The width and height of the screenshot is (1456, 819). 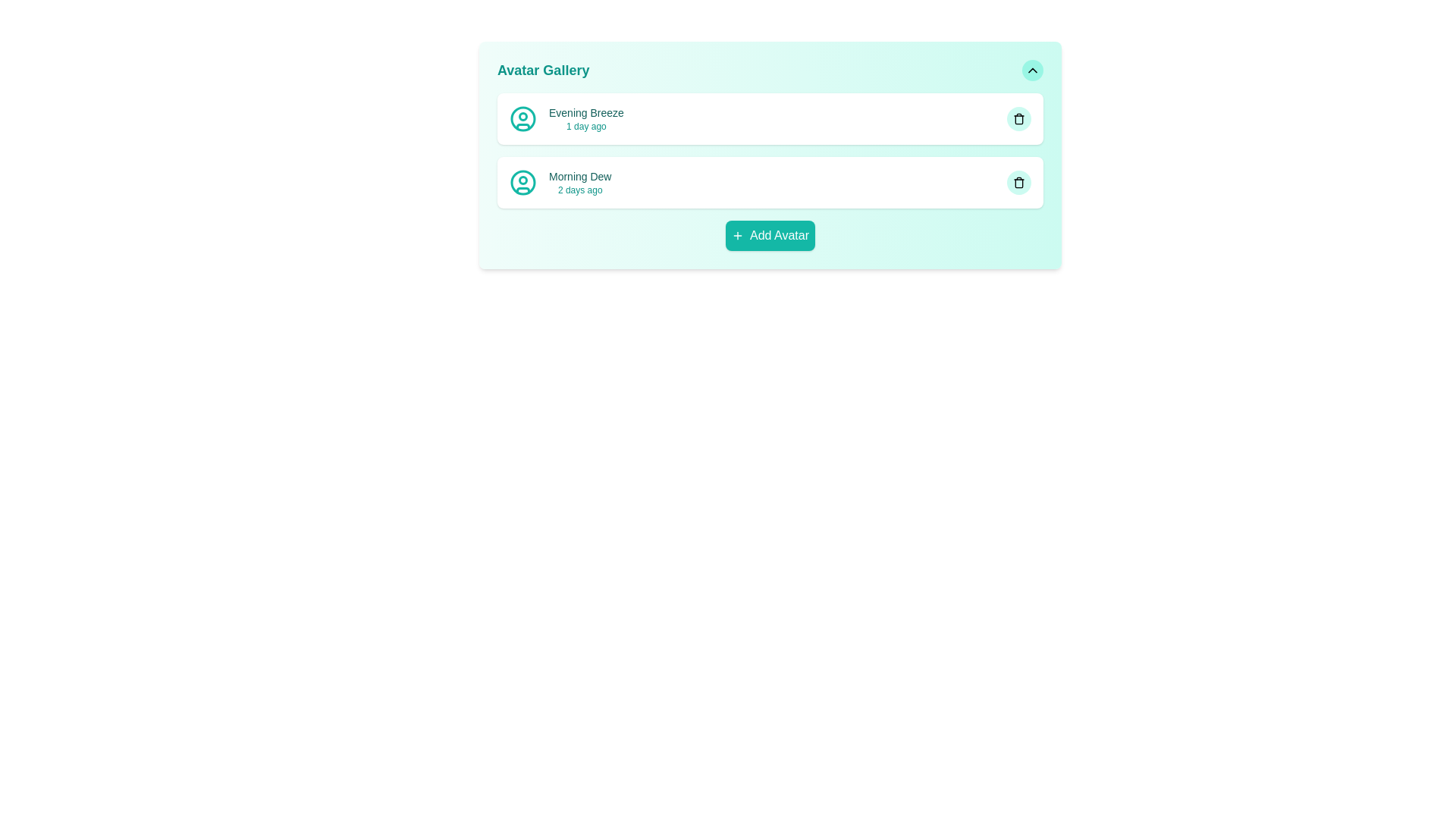 What do you see at coordinates (1019, 118) in the screenshot?
I see `the delete button located at the right end of the first row, adjacent to the content displaying 'Evening Breeze 1 day ago'` at bounding box center [1019, 118].